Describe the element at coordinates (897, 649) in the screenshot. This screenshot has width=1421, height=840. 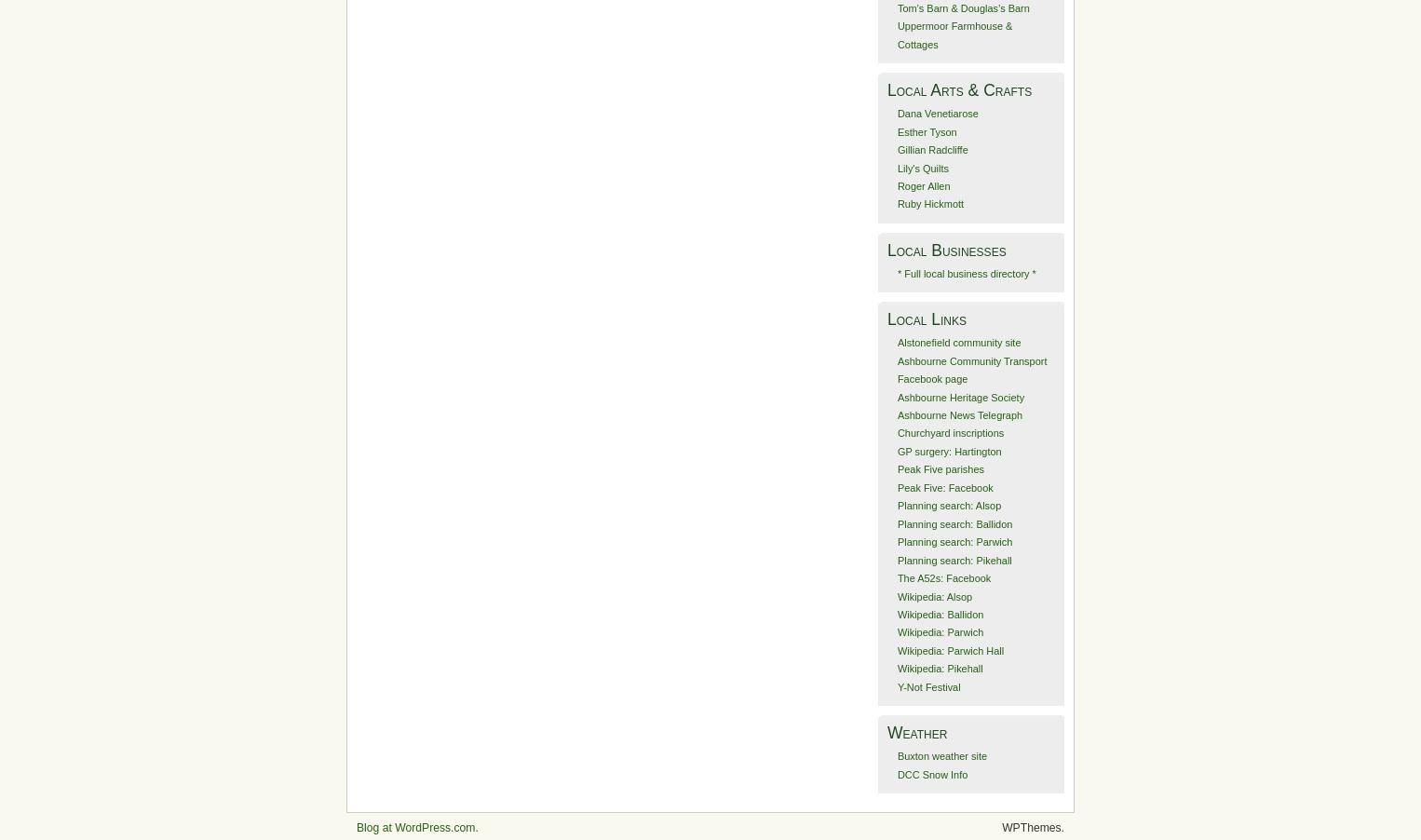
I see `'Wikipedia: Parwich Hall'` at that location.